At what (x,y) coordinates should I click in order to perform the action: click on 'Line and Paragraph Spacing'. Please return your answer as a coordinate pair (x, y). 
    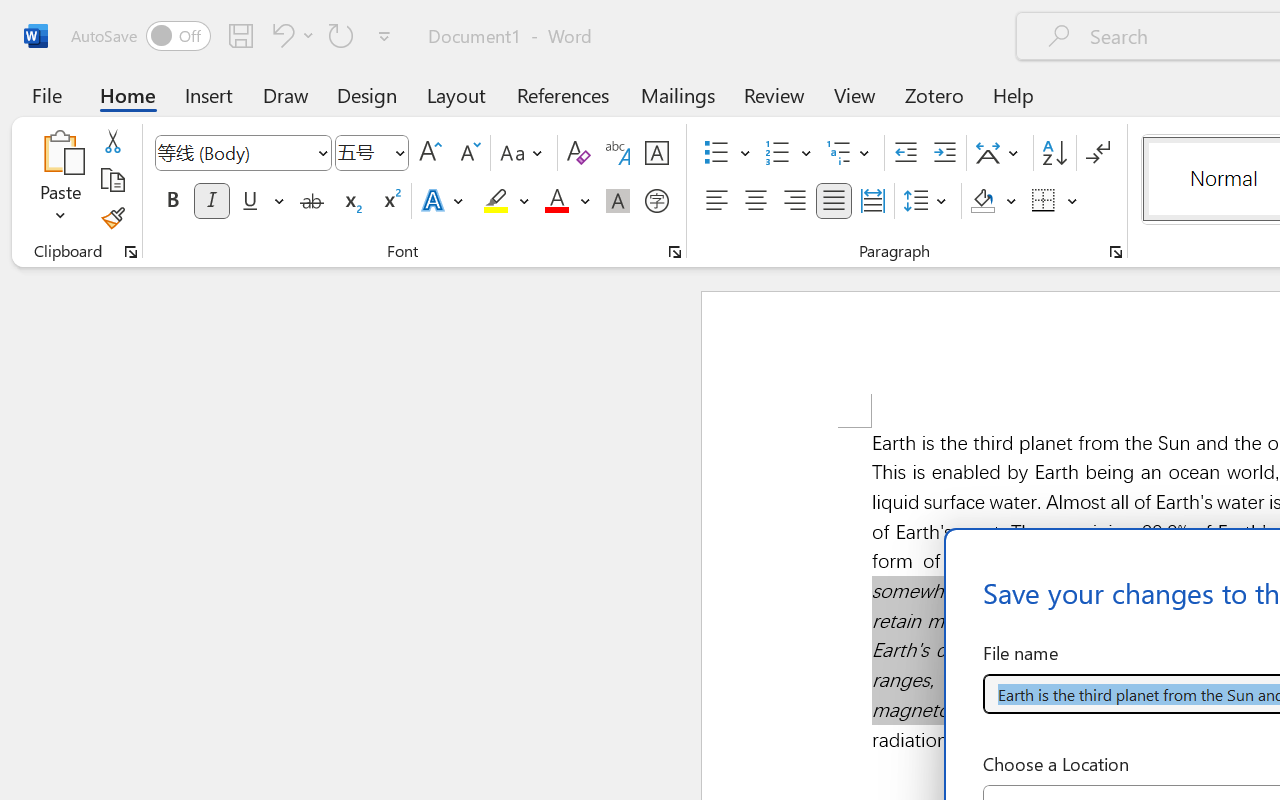
    Looking at the image, I should click on (927, 201).